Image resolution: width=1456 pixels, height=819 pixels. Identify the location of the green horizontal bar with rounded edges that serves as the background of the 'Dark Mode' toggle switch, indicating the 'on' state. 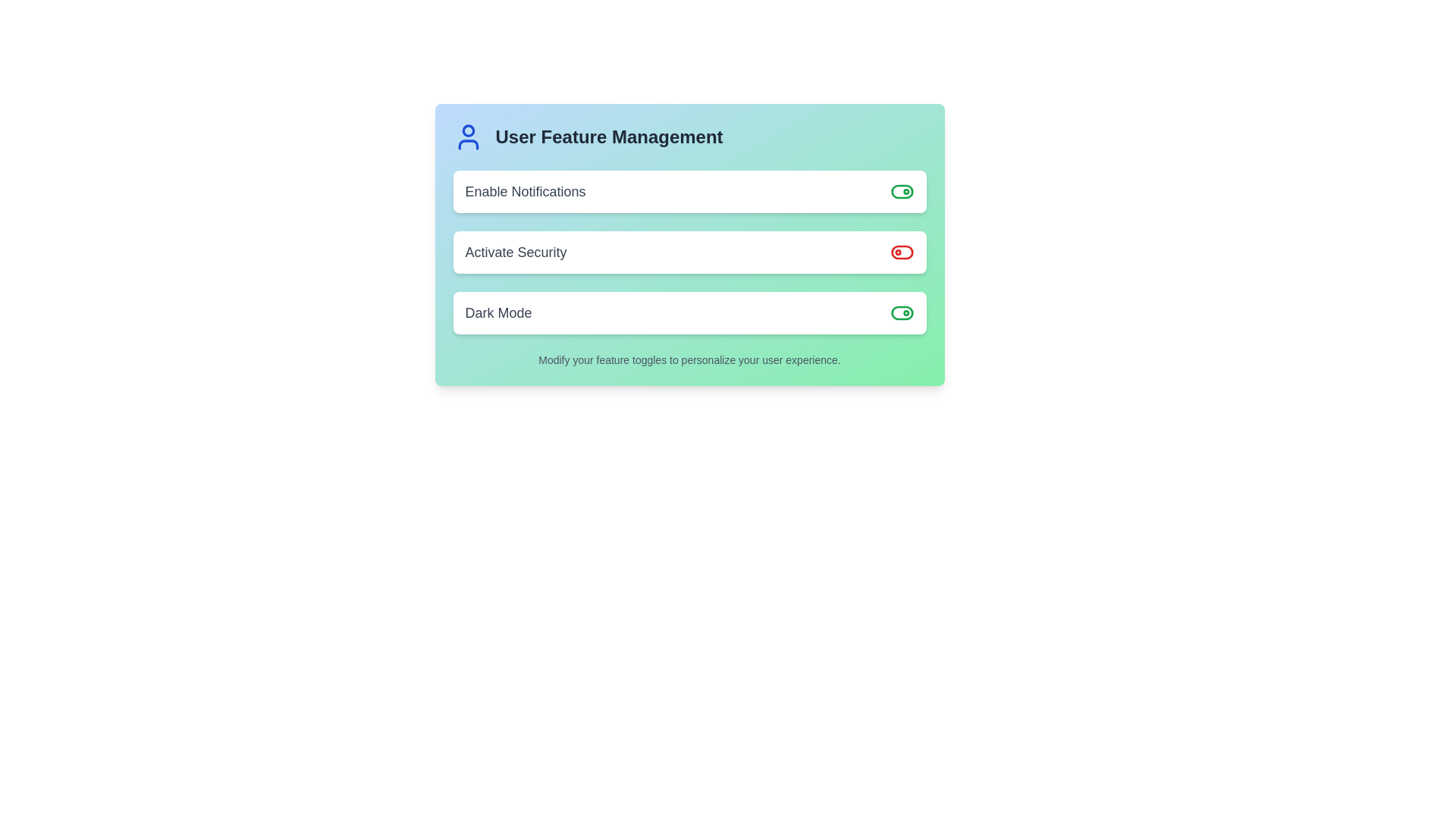
(902, 312).